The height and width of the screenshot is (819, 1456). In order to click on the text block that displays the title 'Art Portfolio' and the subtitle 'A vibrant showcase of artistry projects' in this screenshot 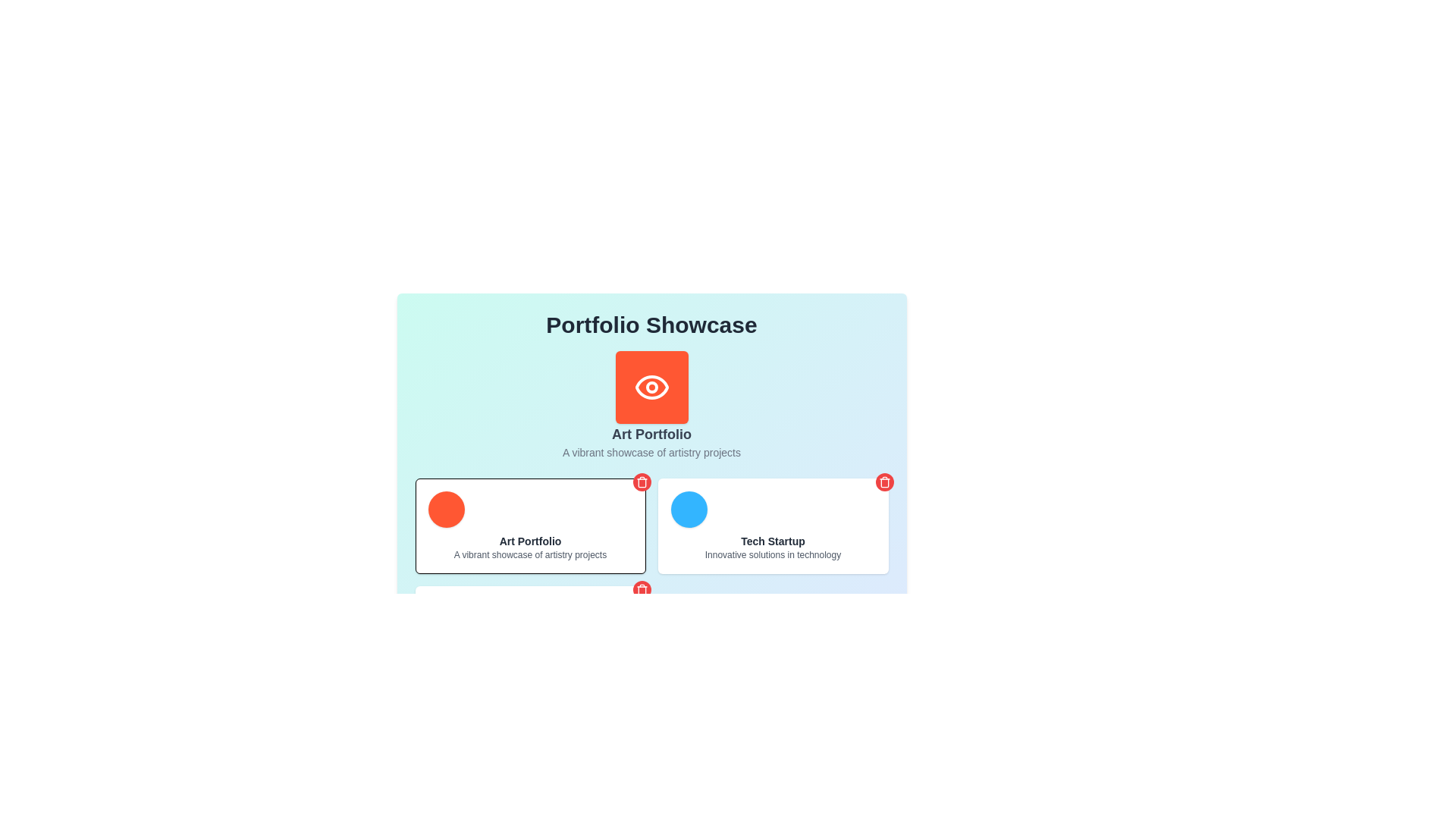, I will do `click(651, 441)`.